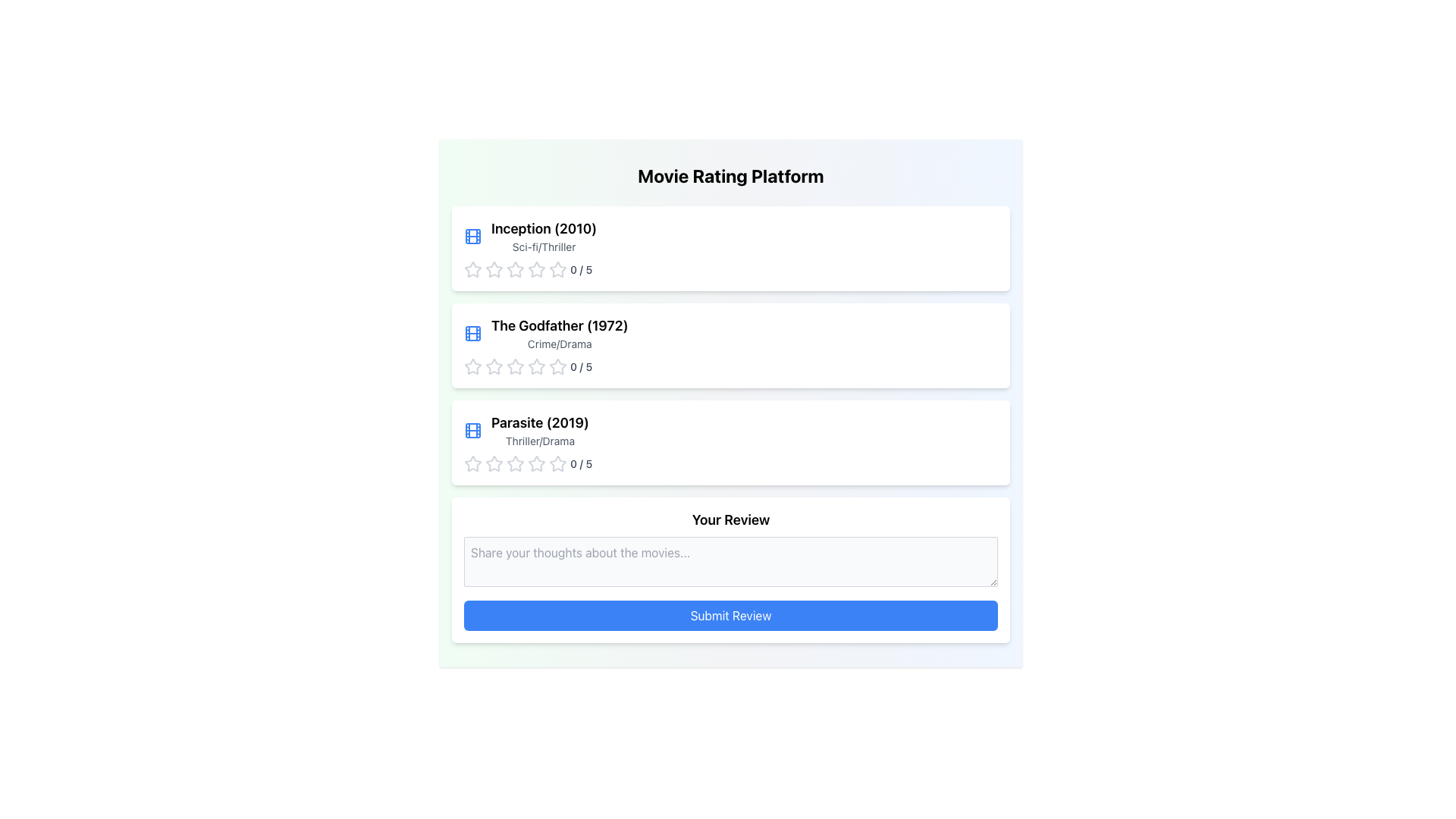 The image size is (1456, 819). I want to click on the first star-shaped rating icon for 'The Godfather (1972)', so click(494, 366).